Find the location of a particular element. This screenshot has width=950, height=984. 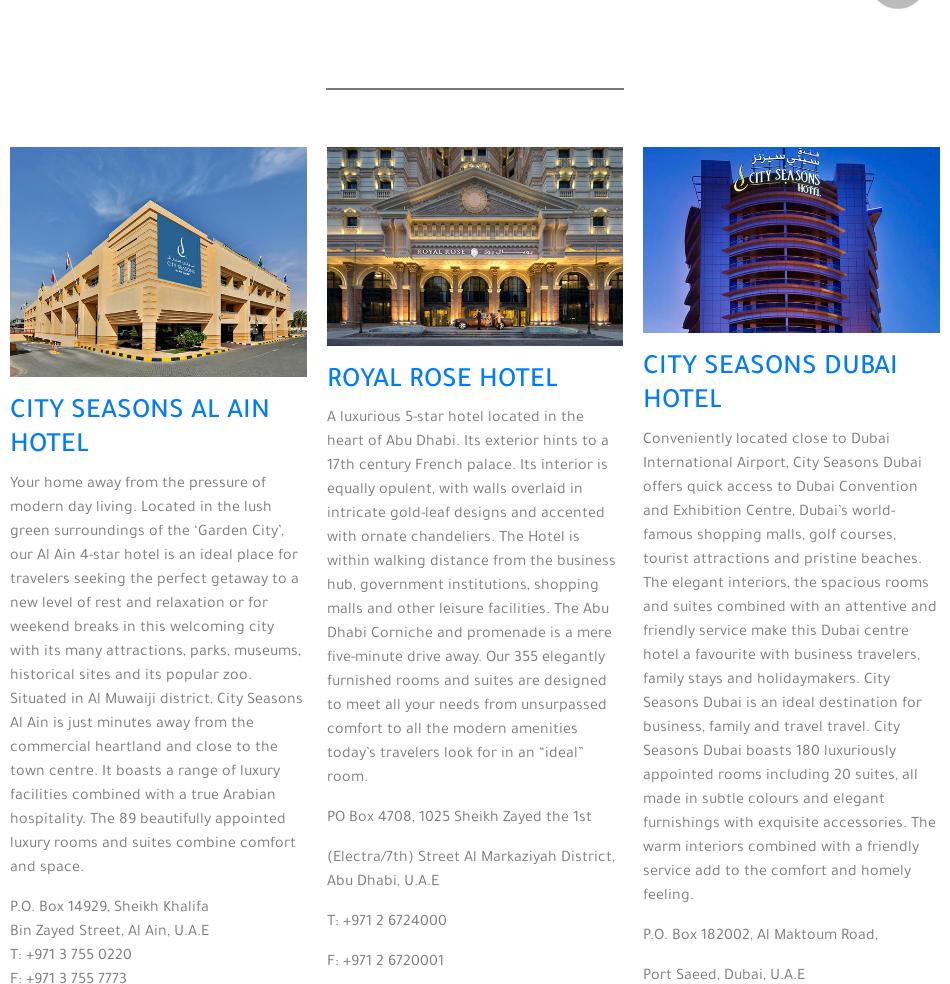

'P.O. Box 14929, Sheikh Khalifa' is located at coordinates (109, 908).